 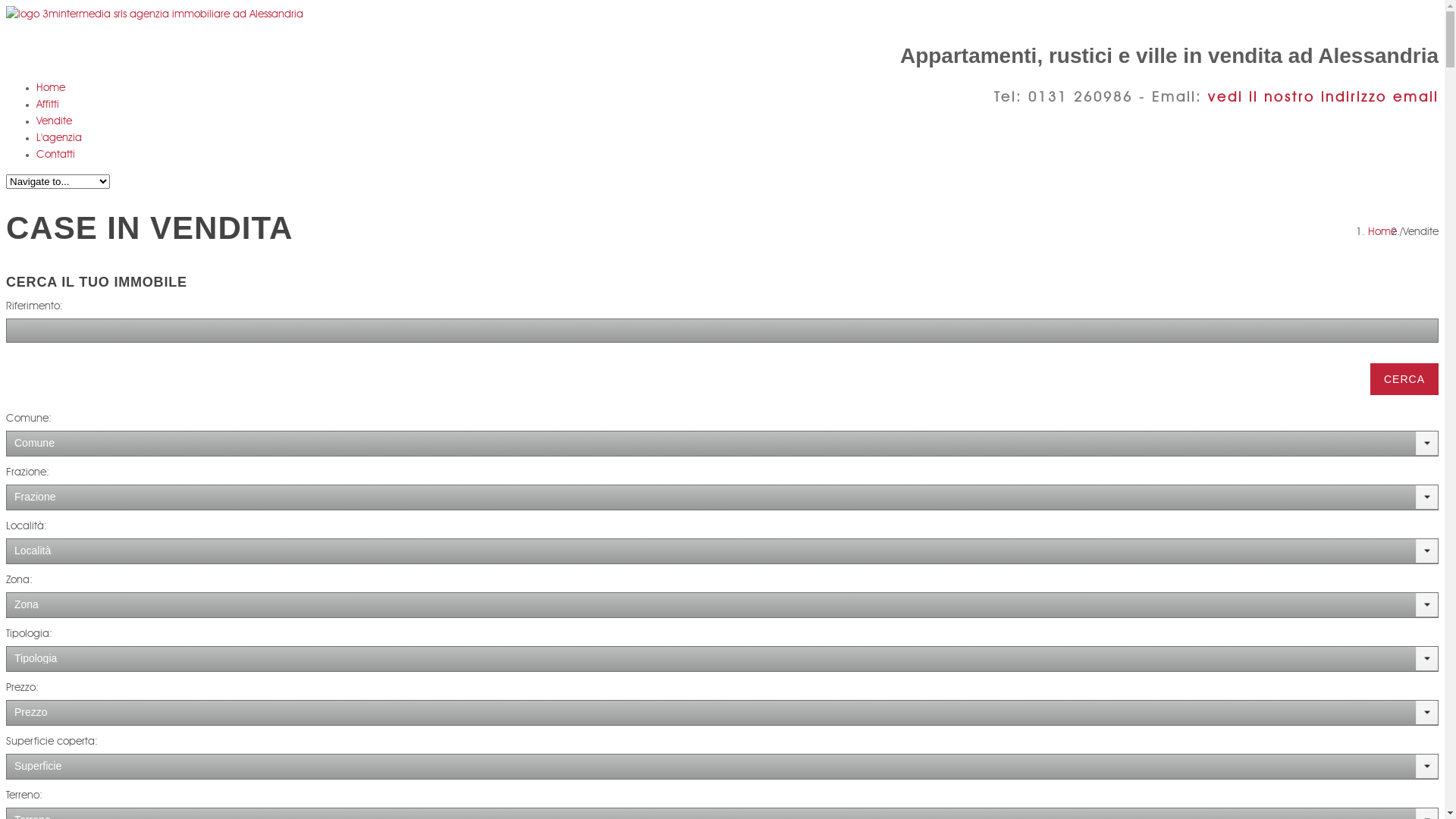 What do you see at coordinates (55, 155) in the screenshot?
I see `'Contatti'` at bounding box center [55, 155].